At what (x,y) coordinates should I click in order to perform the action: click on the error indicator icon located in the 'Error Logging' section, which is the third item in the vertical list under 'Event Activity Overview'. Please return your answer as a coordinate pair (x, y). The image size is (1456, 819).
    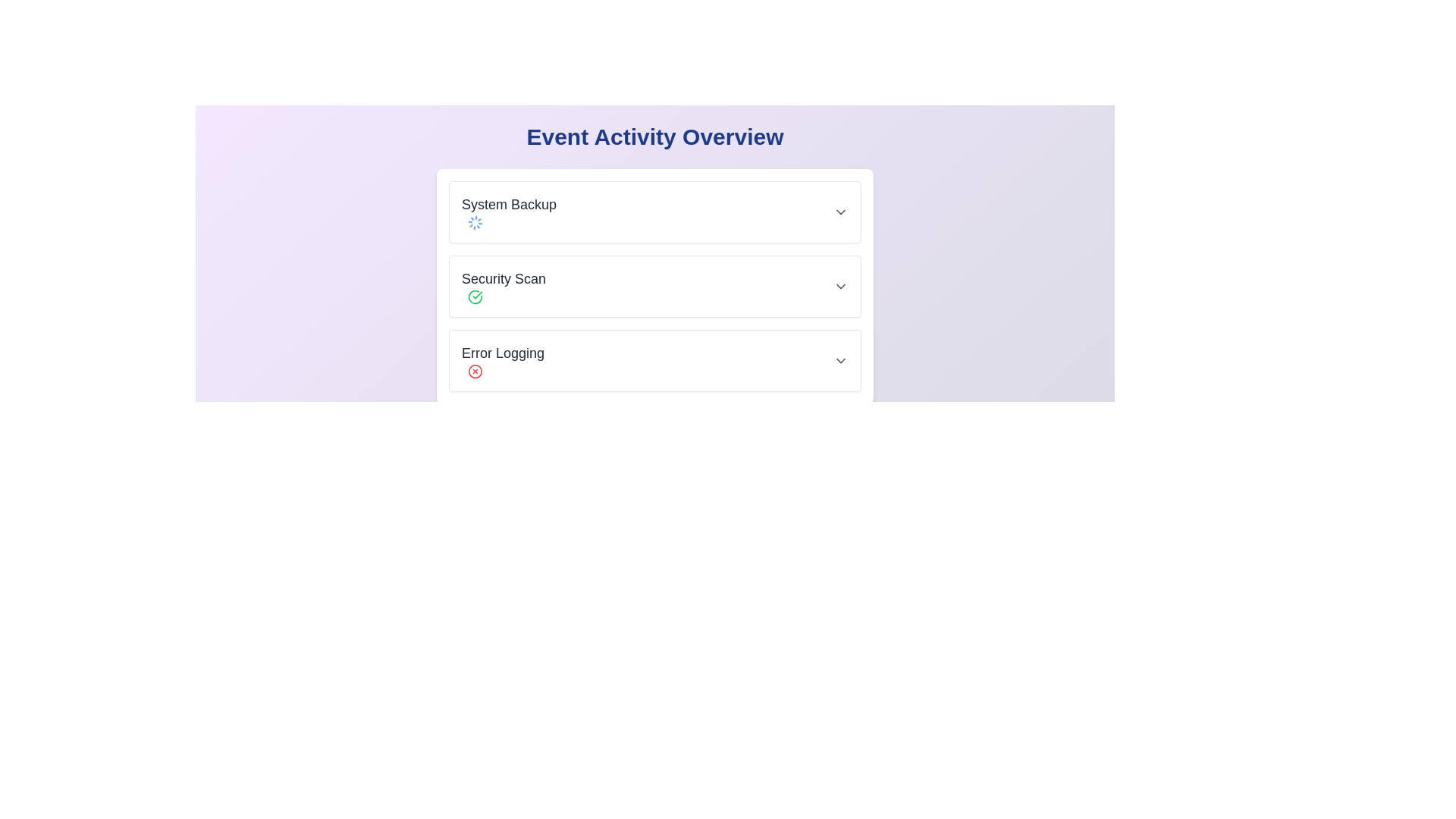
    Looking at the image, I should click on (475, 371).